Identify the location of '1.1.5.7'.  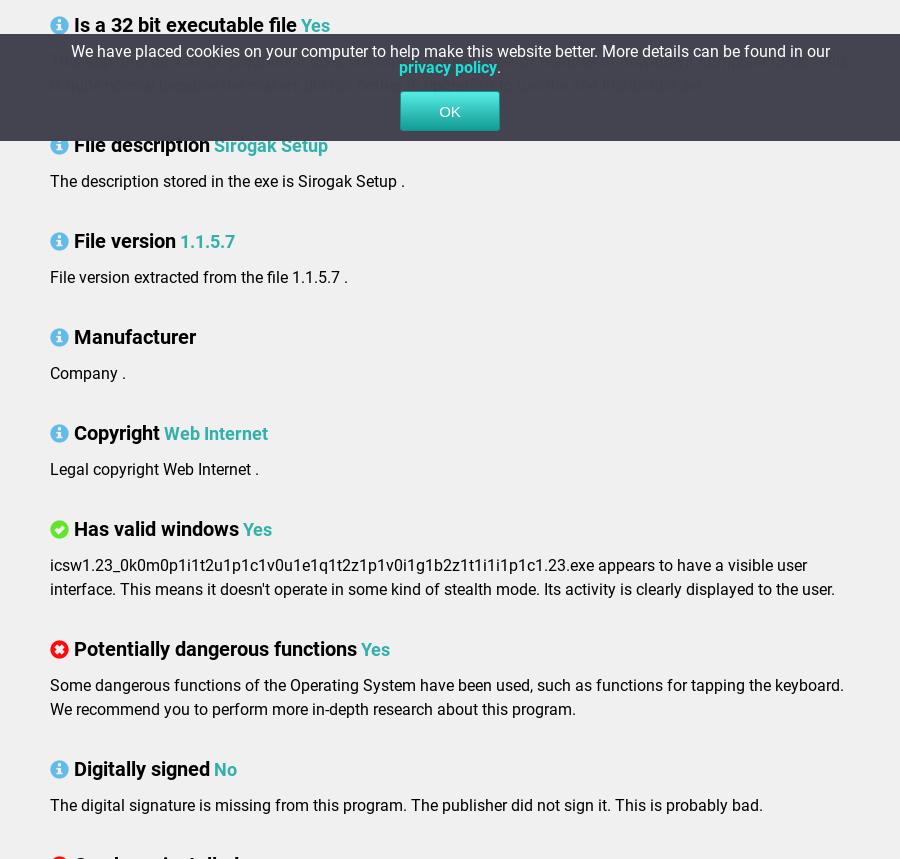
(207, 240).